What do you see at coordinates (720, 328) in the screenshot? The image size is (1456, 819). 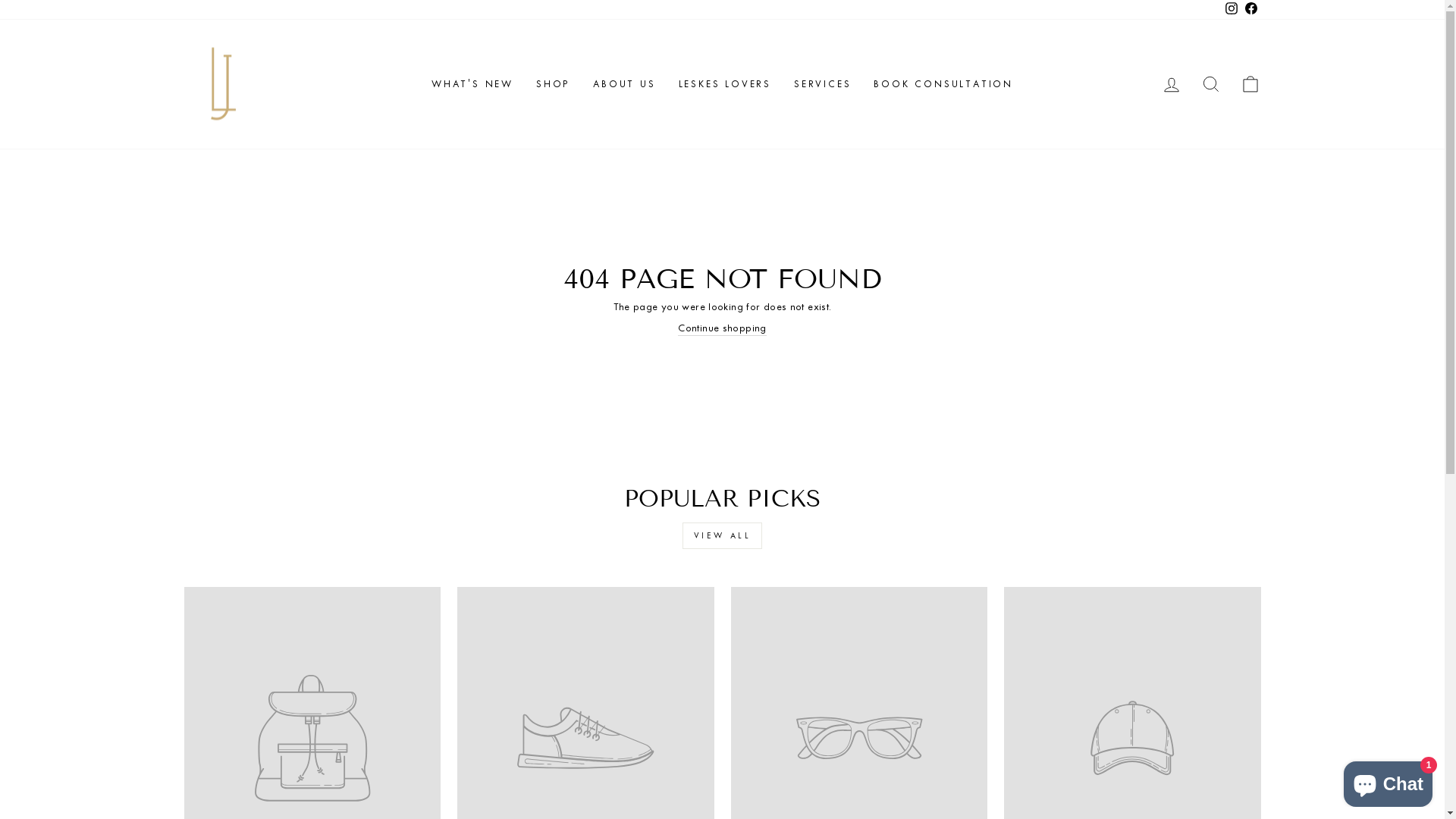 I see `'Continue shopping'` at bounding box center [720, 328].